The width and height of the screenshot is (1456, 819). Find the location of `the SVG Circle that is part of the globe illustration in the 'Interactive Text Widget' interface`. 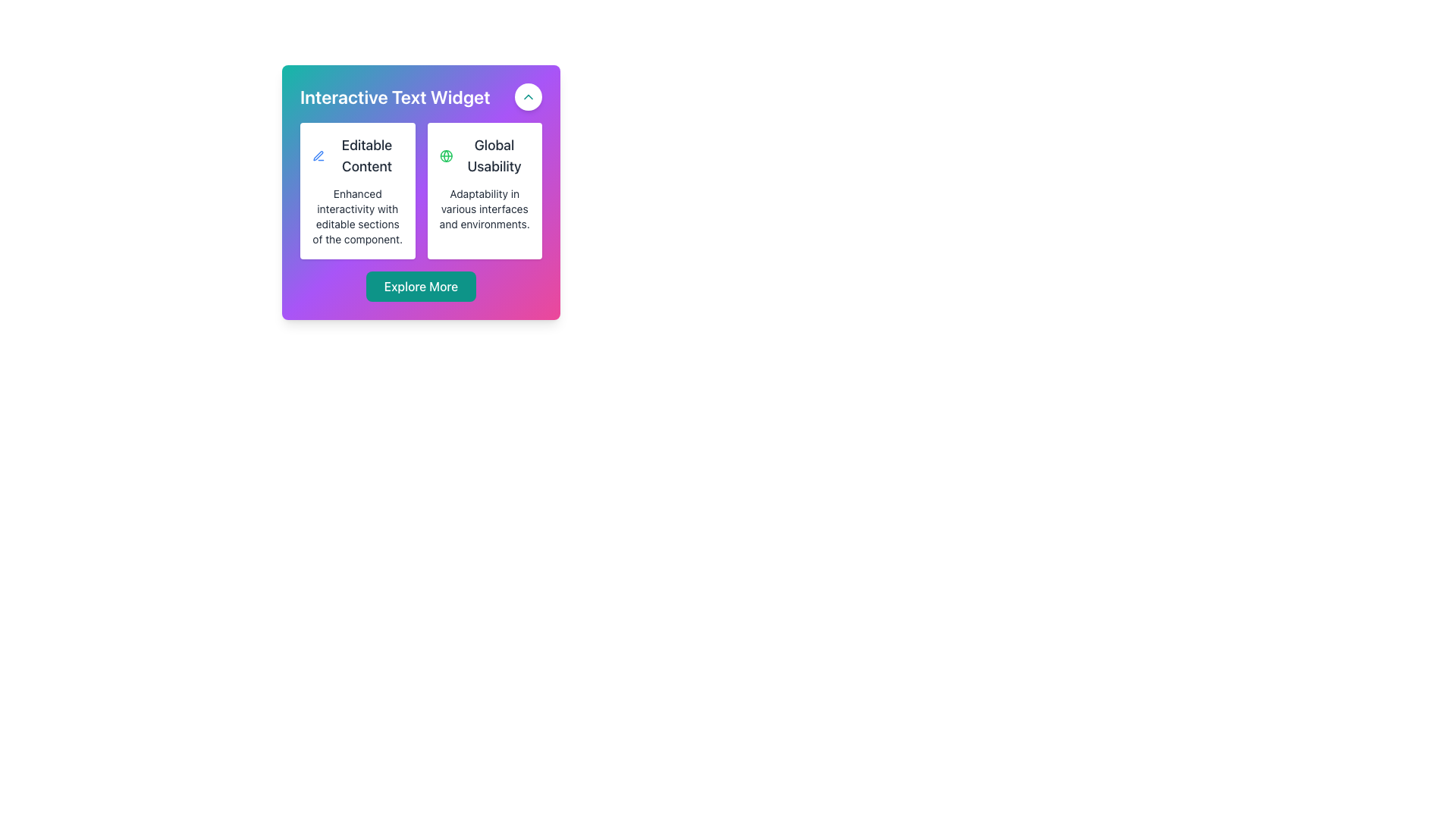

the SVG Circle that is part of the globe illustration in the 'Interactive Text Widget' interface is located at coordinates (445, 155).